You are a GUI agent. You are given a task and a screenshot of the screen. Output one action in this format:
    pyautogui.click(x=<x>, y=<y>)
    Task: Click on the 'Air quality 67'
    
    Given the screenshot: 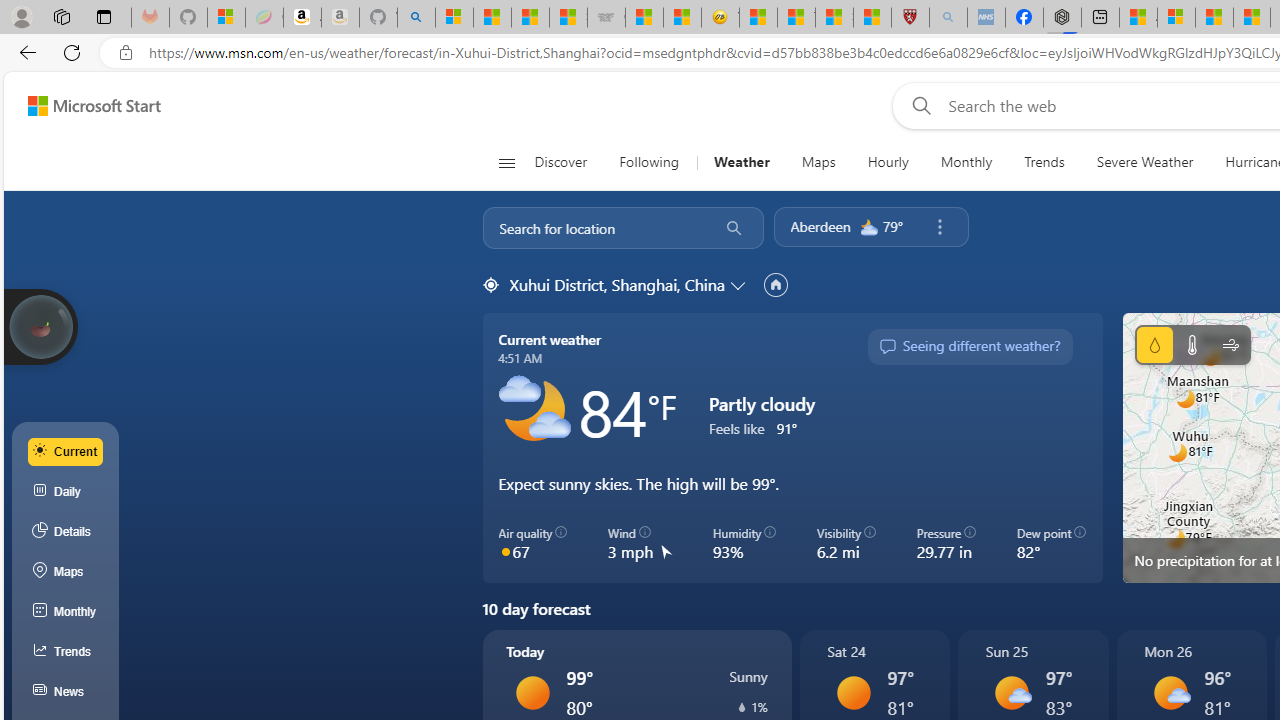 What is the action you would take?
    pyautogui.click(x=533, y=543)
    